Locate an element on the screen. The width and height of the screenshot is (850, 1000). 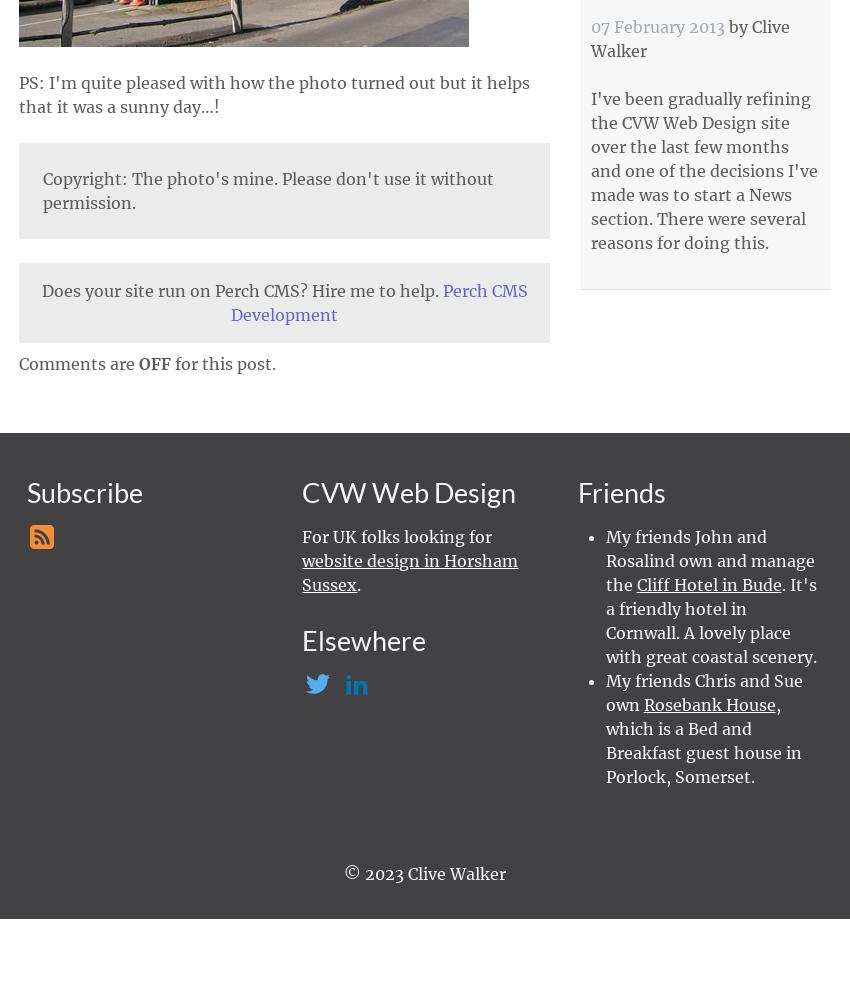
'OFF' is located at coordinates (138, 362).